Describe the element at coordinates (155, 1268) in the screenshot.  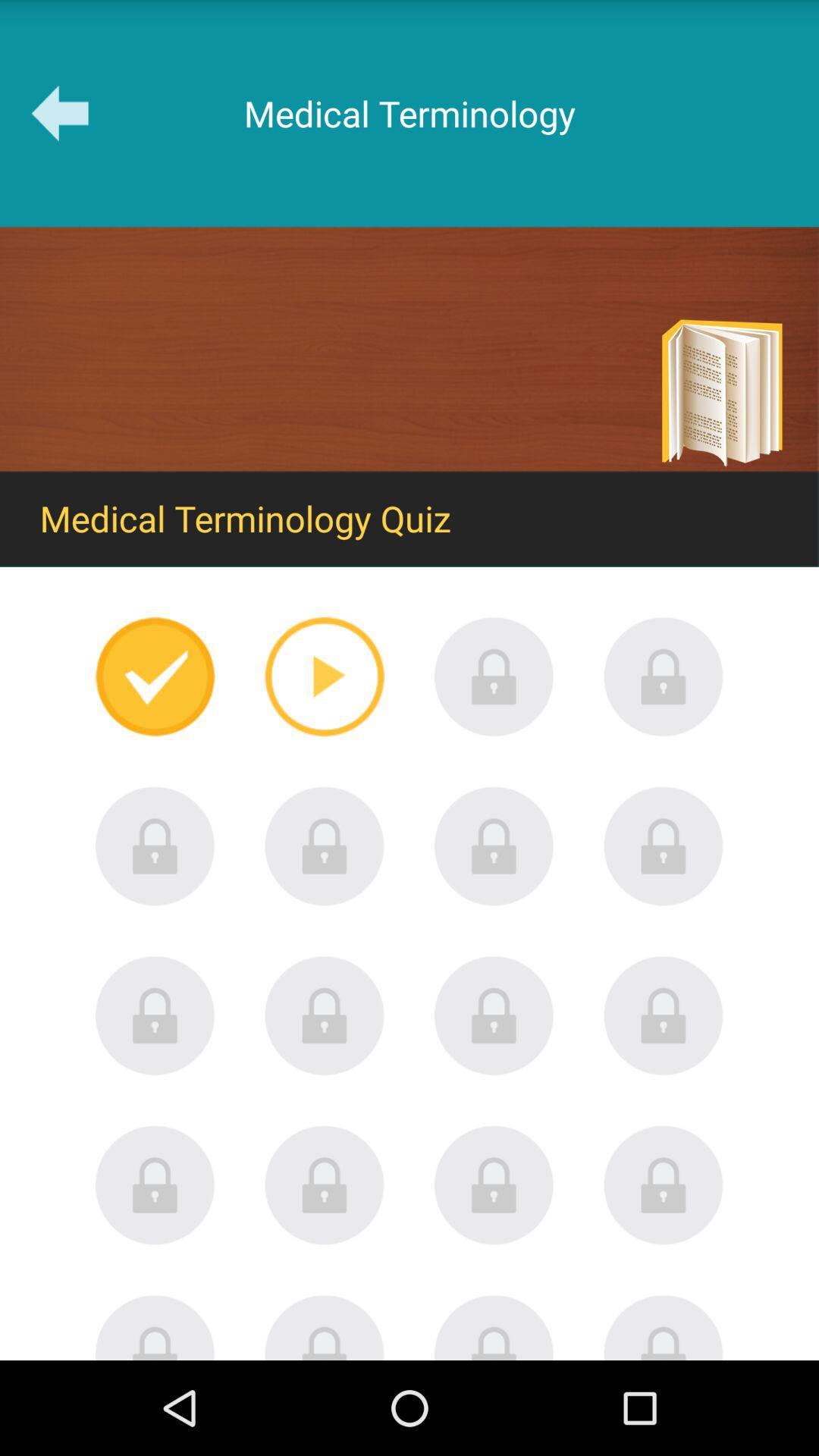
I see `the lock icon` at that location.